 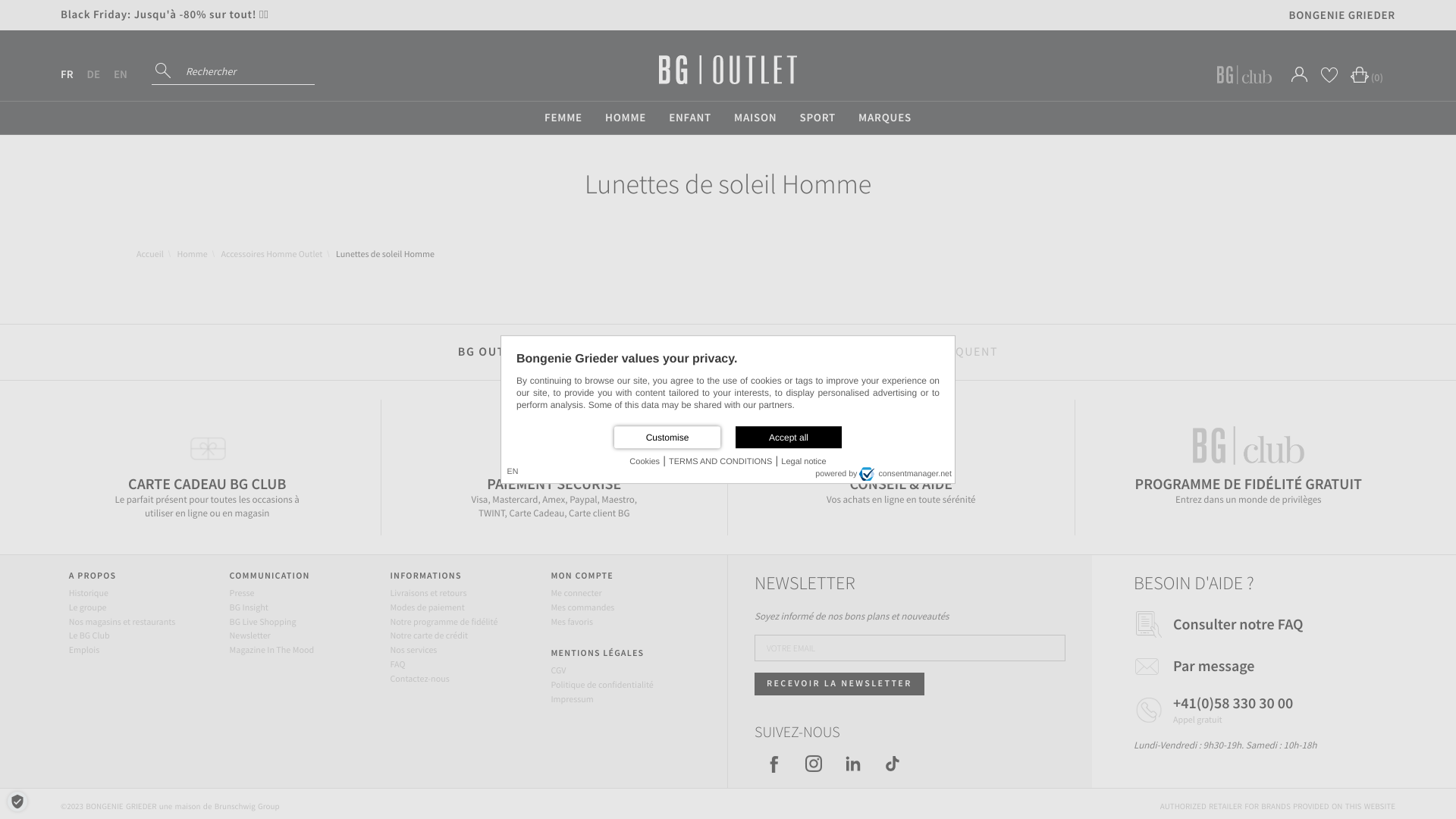 What do you see at coordinates (419, 678) in the screenshot?
I see `'Contactez-nous'` at bounding box center [419, 678].